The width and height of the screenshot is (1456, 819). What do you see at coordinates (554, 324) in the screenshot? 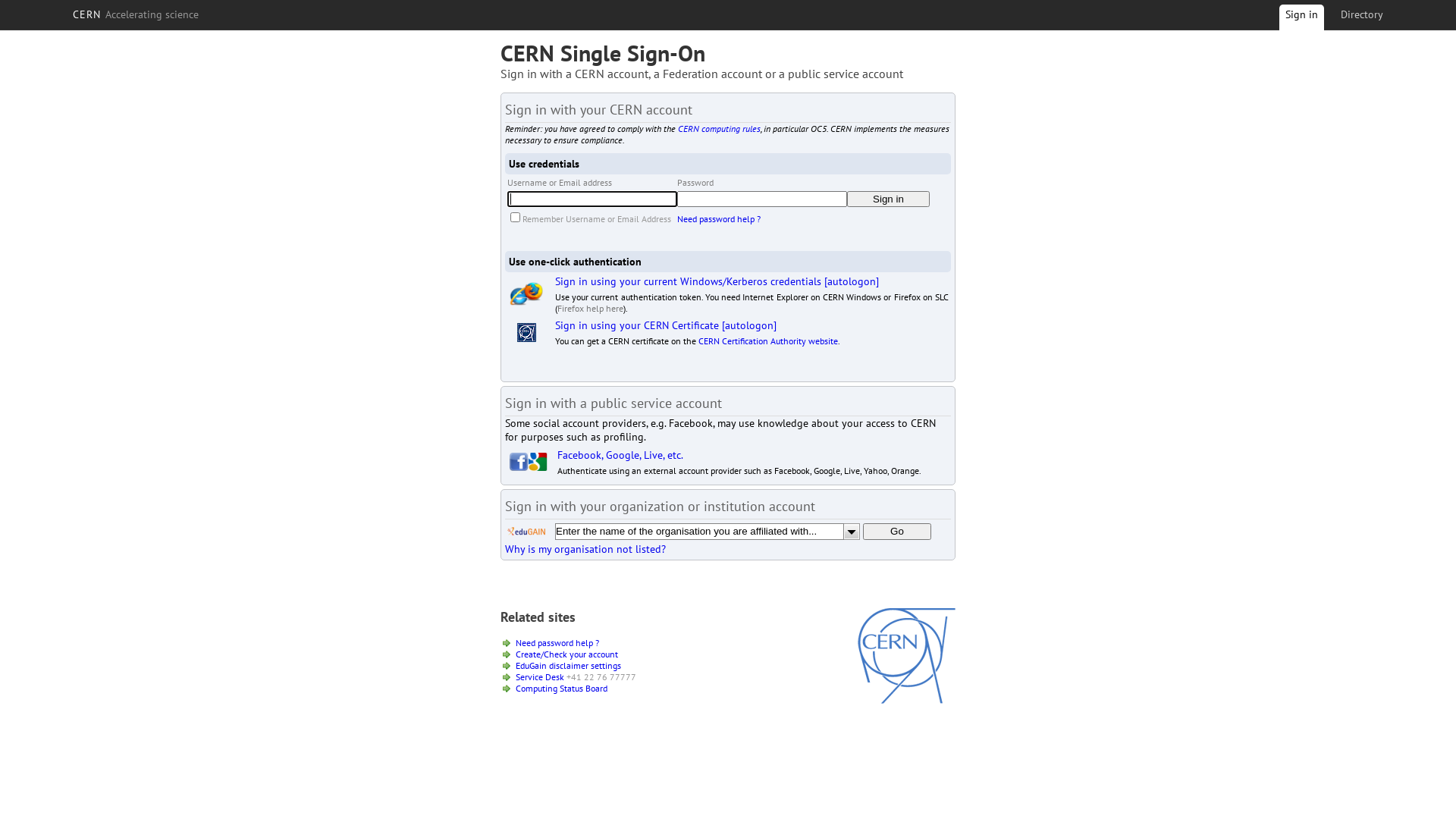
I see `'Sign in using your CERN Certificate'` at bounding box center [554, 324].